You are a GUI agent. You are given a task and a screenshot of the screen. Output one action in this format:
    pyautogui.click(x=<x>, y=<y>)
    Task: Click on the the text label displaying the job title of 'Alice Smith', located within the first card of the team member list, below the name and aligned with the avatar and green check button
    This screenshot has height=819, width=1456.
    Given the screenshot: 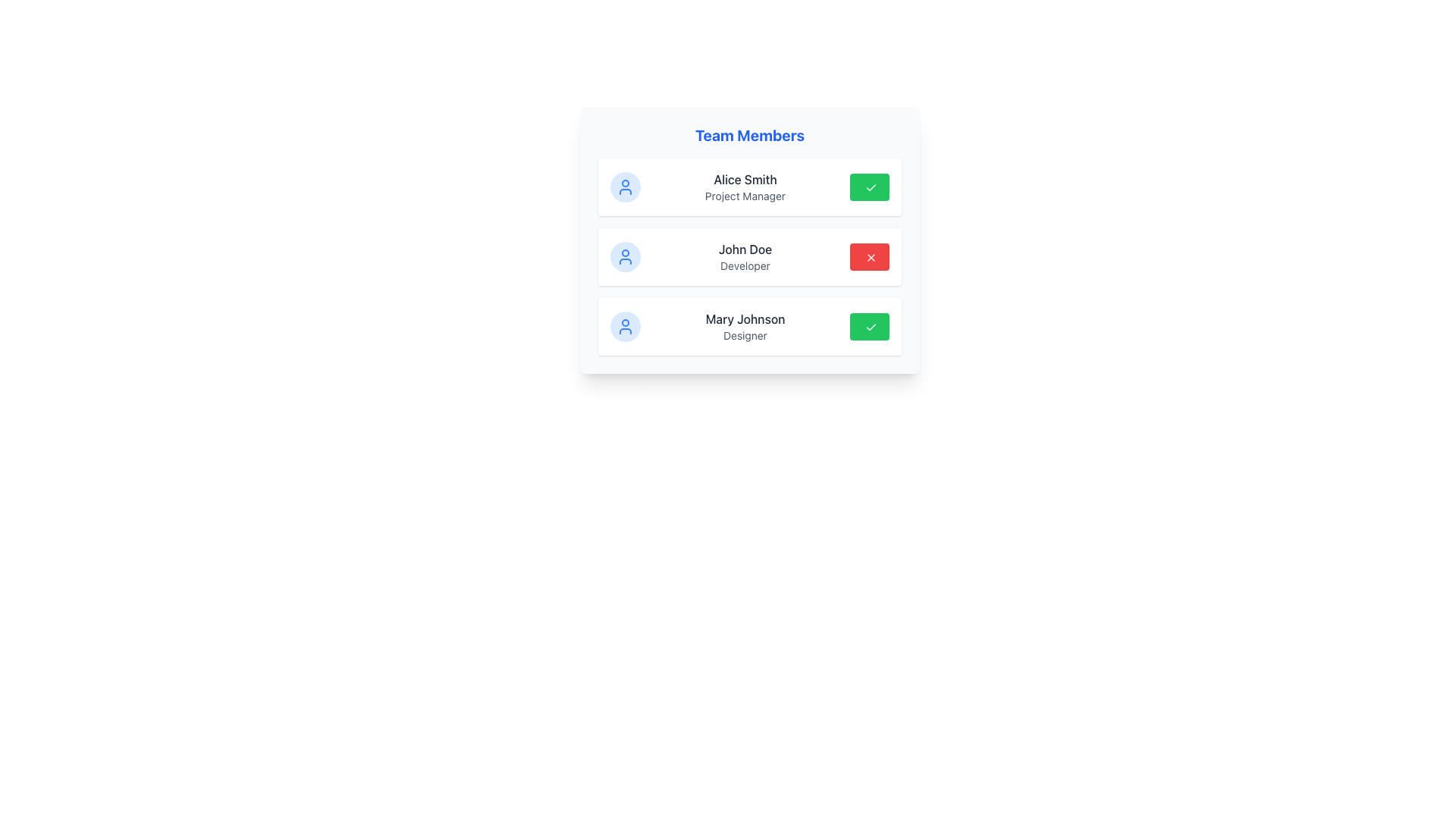 What is the action you would take?
    pyautogui.click(x=745, y=195)
    